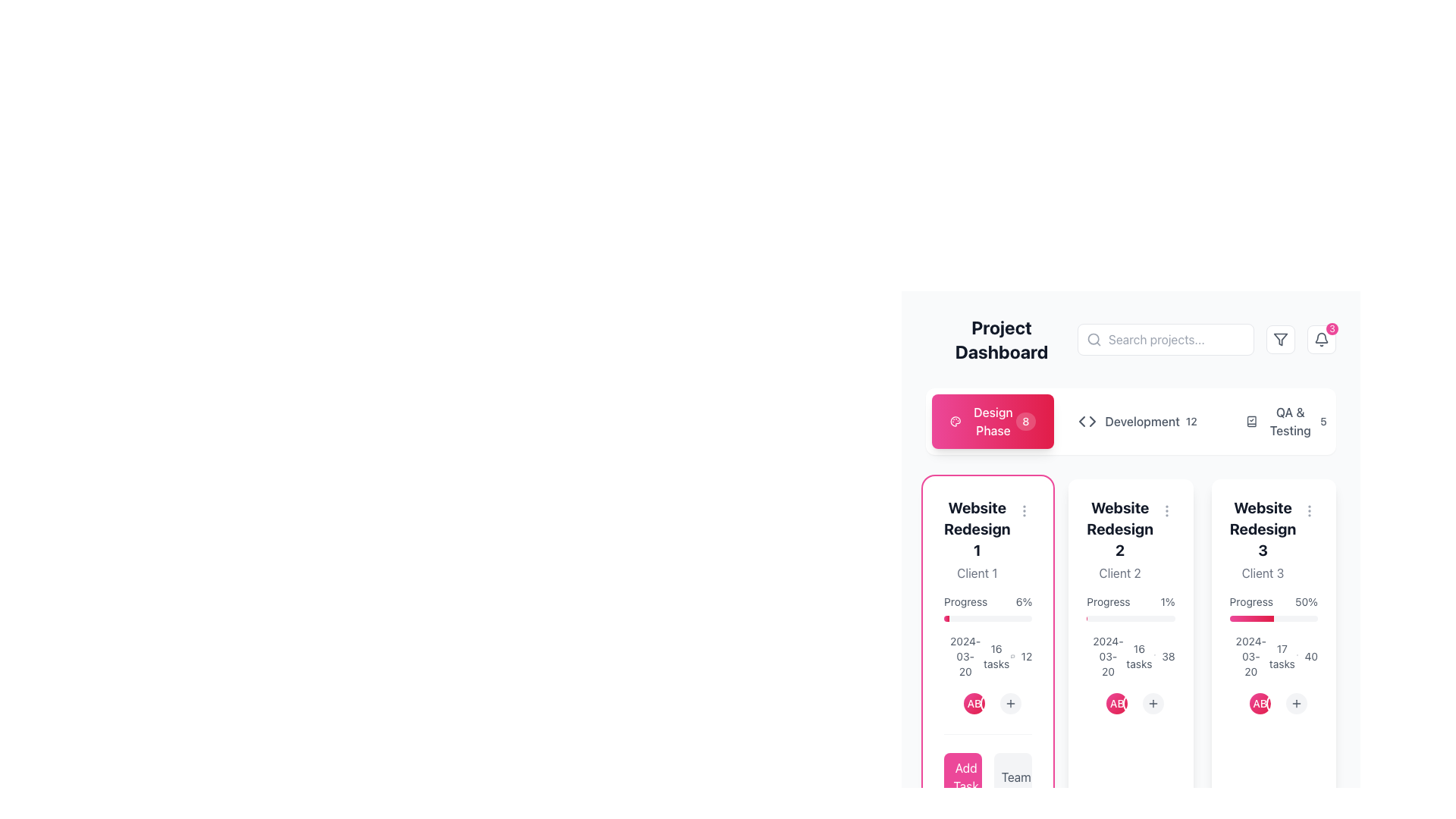  I want to click on the Informational text cluster that provides project task summary information for 'Website Redesign 2' under 'Client 2', so click(1131, 656).